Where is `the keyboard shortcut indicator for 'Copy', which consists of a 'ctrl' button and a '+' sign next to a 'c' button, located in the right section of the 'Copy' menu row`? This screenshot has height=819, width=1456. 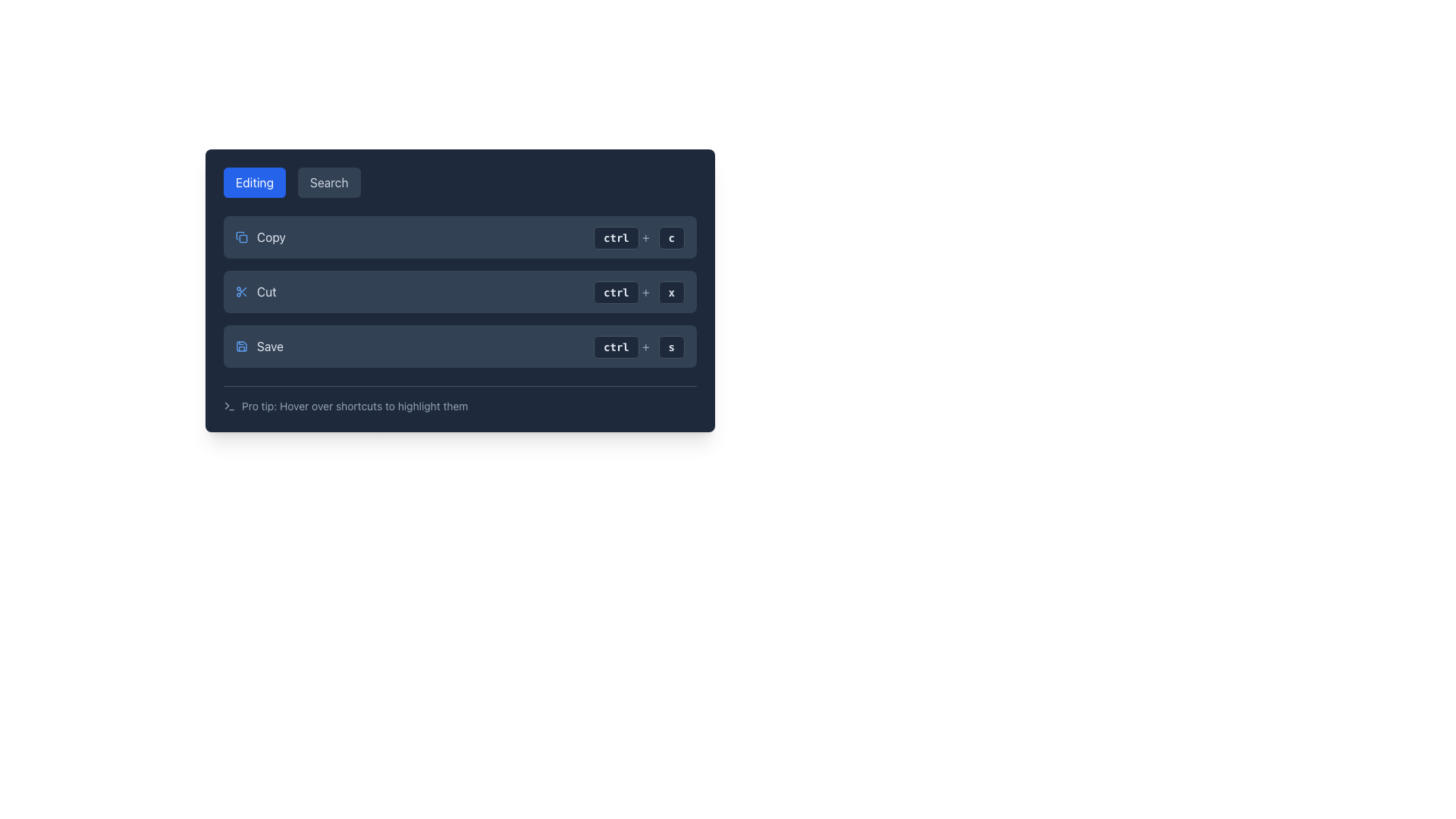 the keyboard shortcut indicator for 'Copy', which consists of a 'ctrl' button and a '+' sign next to a 'c' button, located in the right section of the 'Copy' menu row is located at coordinates (639, 237).